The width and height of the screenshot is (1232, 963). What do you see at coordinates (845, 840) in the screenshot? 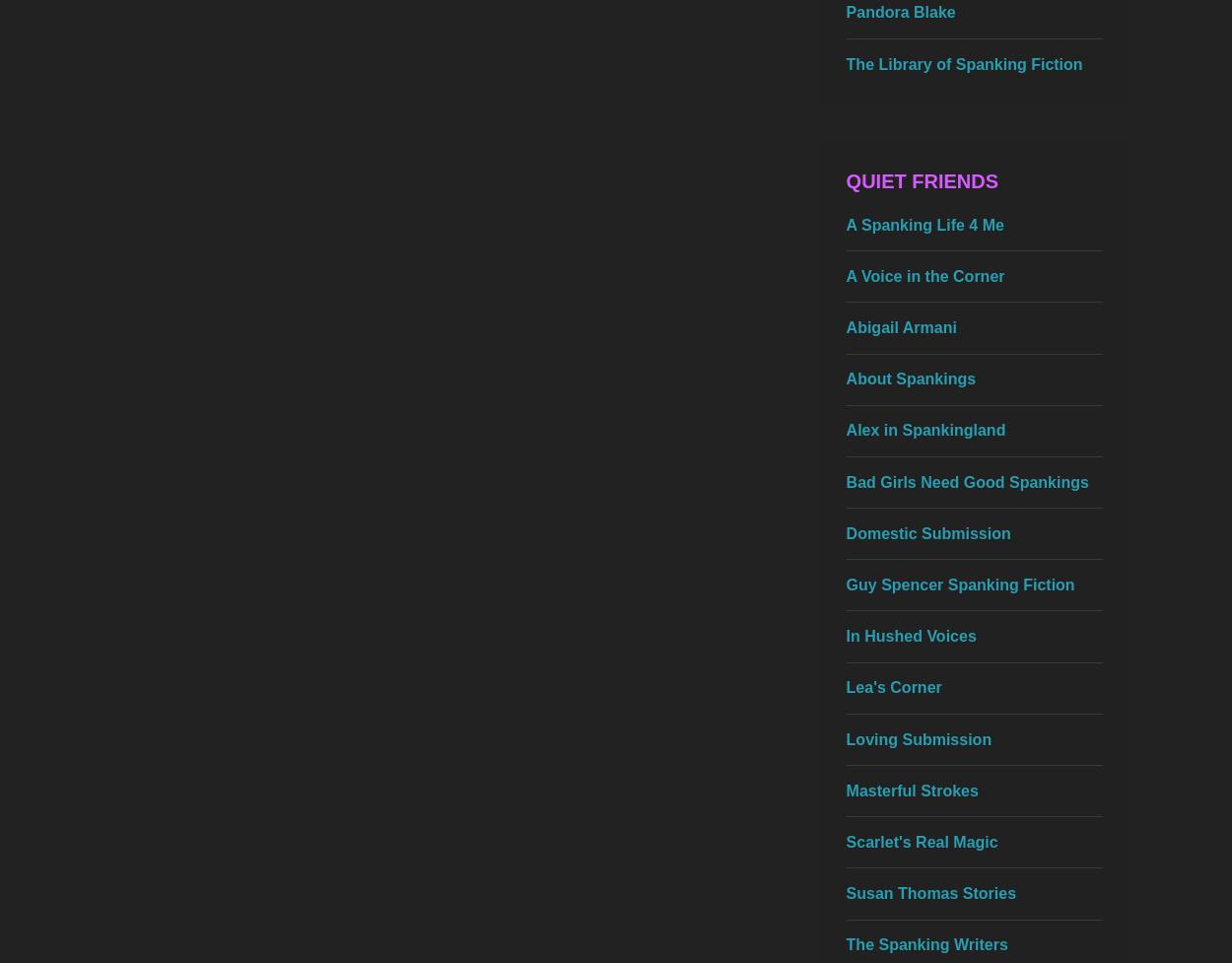
I see `'Scarlet's Real Magic'` at bounding box center [845, 840].